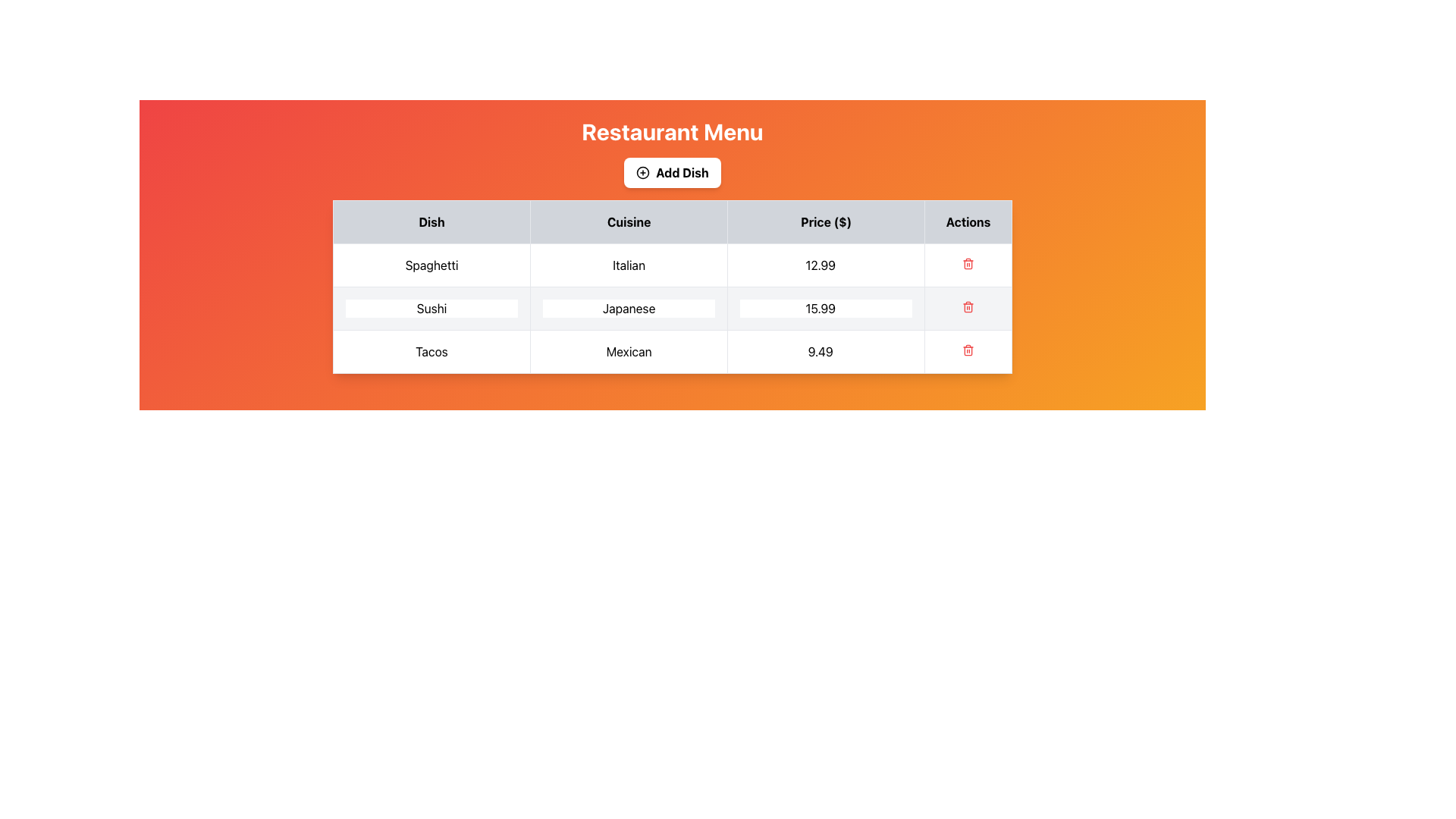 This screenshot has height=819, width=1456. Describe the element at coordinates (672, 130) in the screenshot. I see `the header text displaying 'Restaurant Menu', which is prominently positioned at the top section of the page and centrally aligned above the 'Add Dish' button` at that location.